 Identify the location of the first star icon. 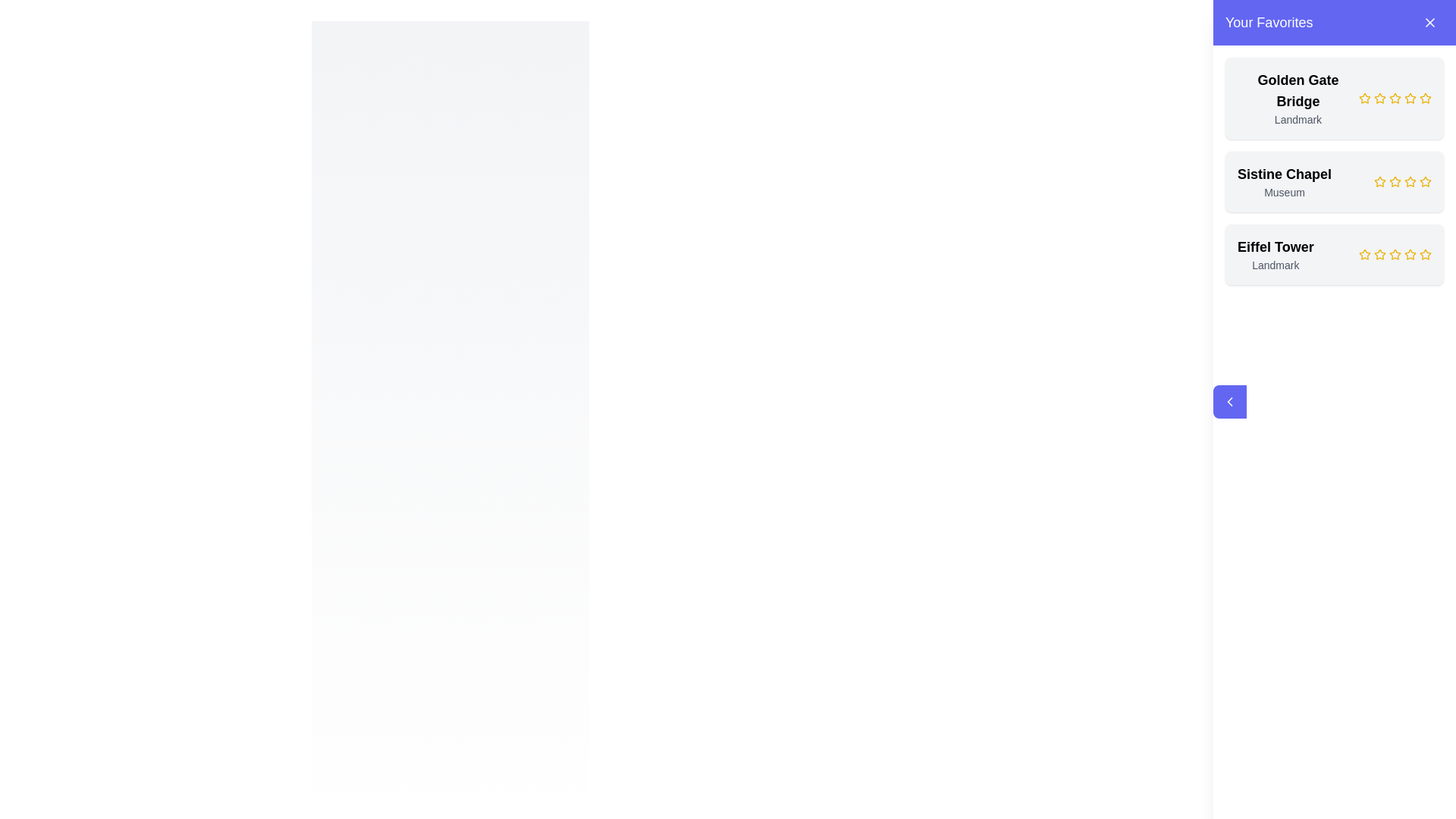
(1365, 253).